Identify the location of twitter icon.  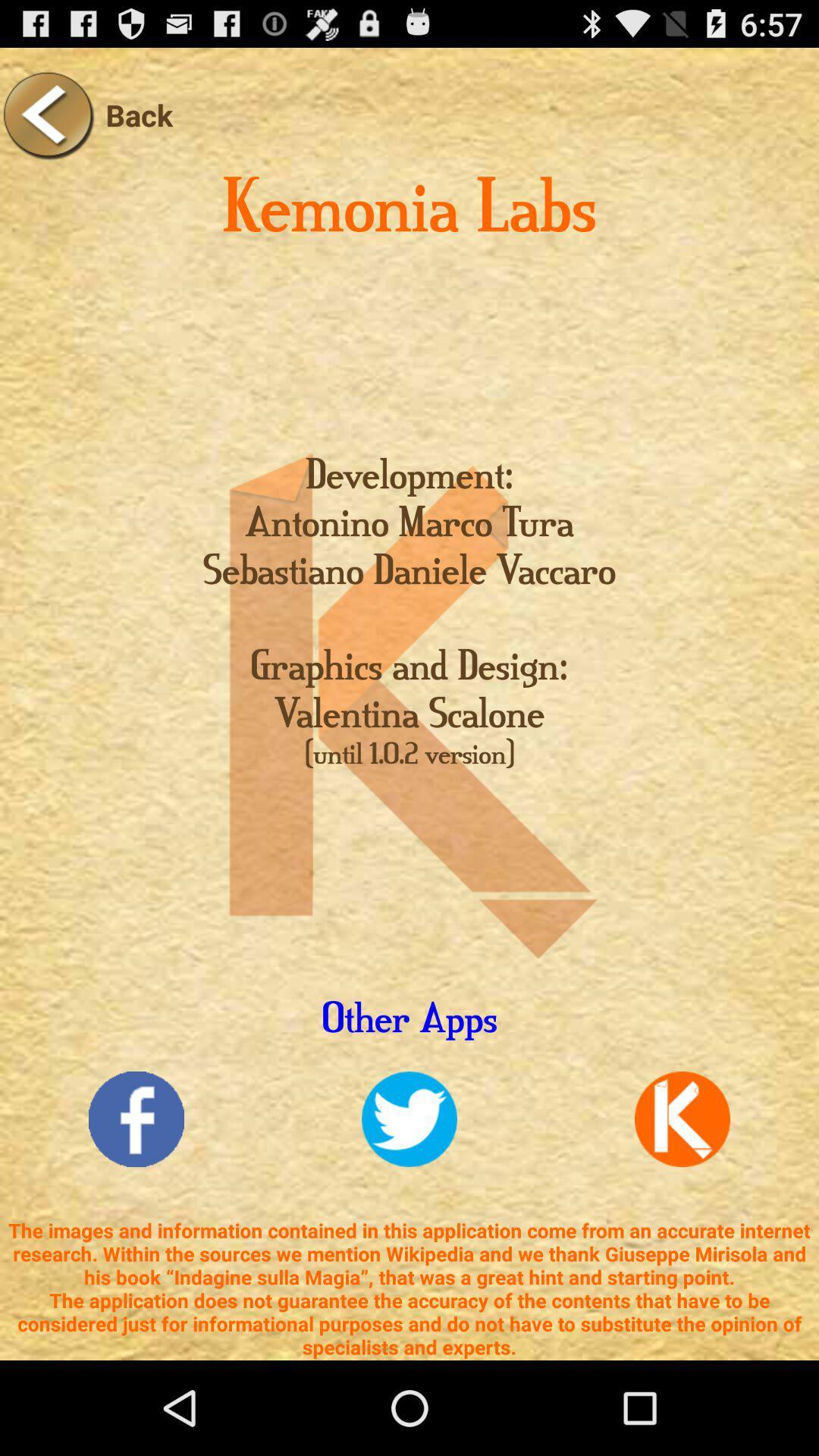
(409, 1119).